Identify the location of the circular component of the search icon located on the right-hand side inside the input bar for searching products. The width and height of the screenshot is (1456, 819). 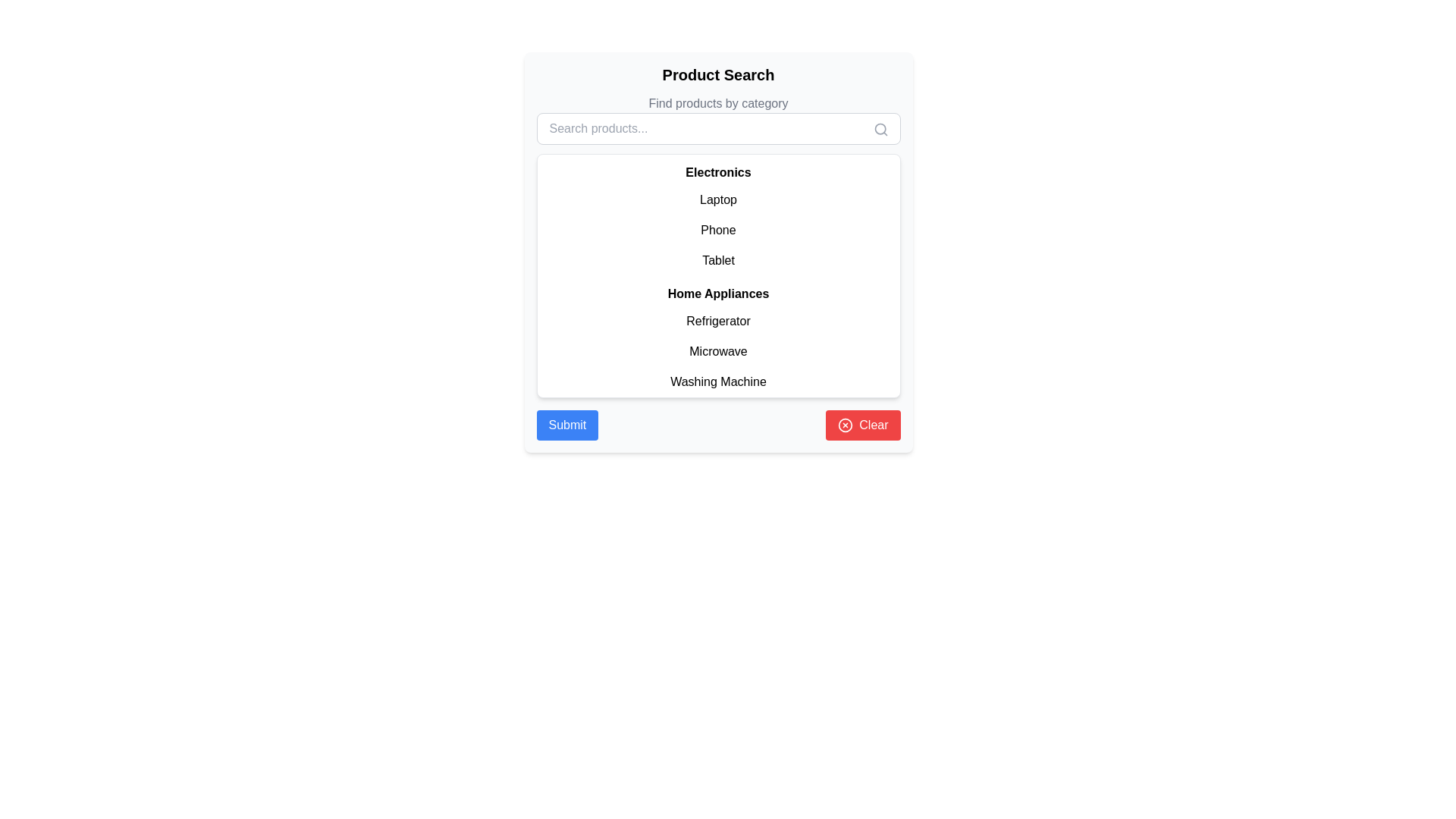
(880, 128).